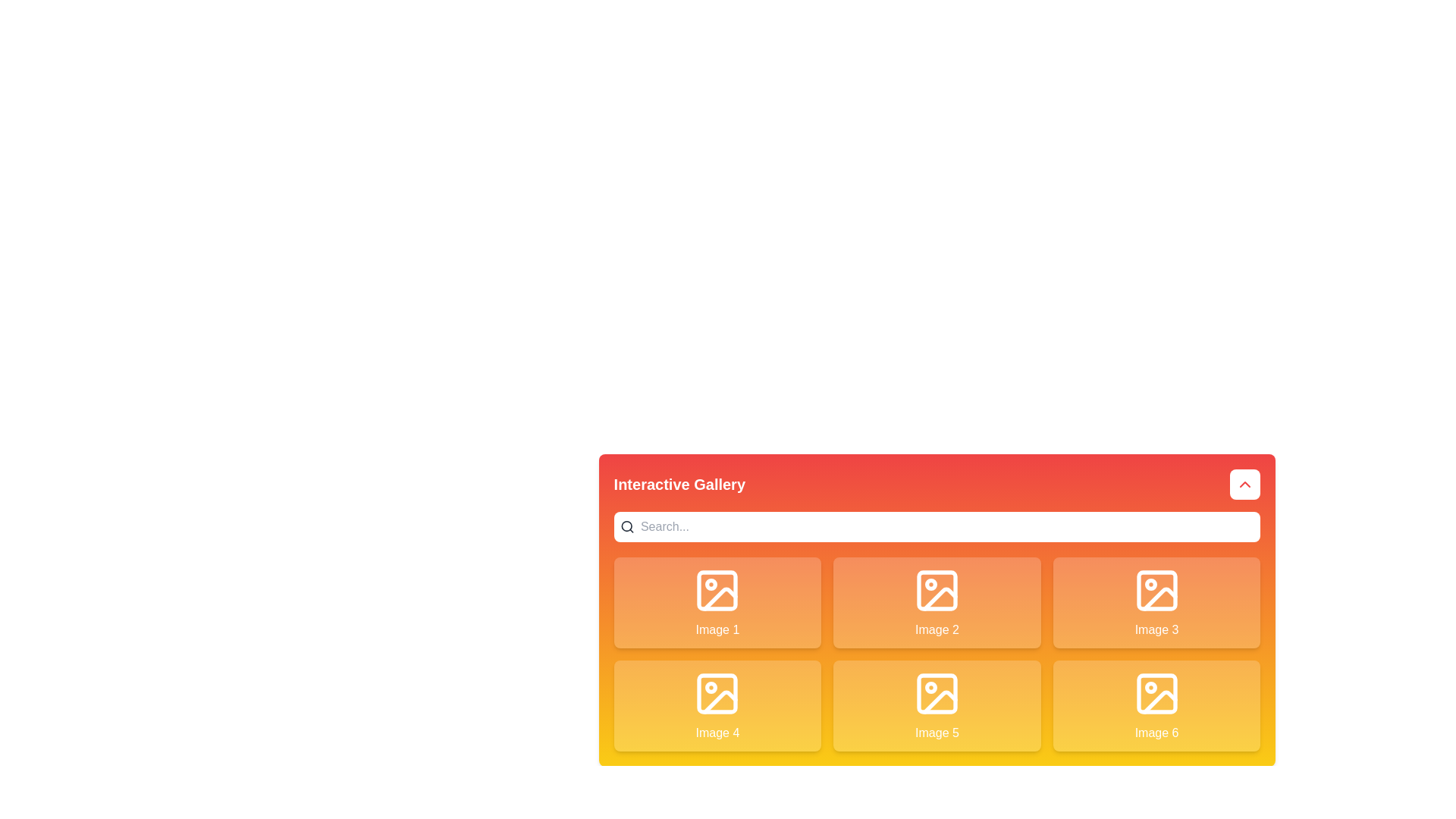  I want to click on the circular lens of the magnifying glass icon, which represents the search function, so click(626, 526).